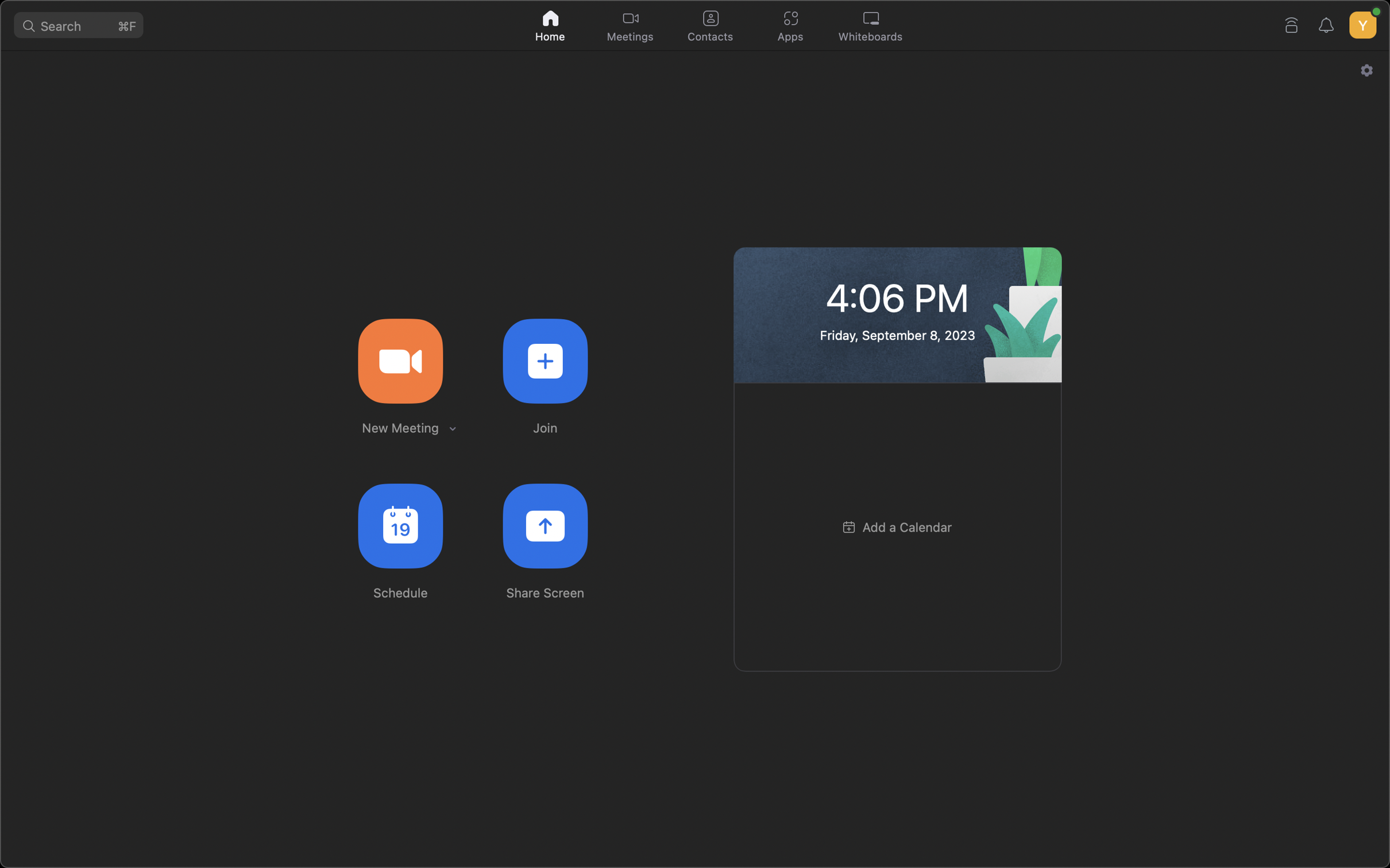 The height and width of the screenshot is (868, 1390). Describe the element at coordinates (551, 24) in the screenshot. I see `the "home" button to go back to the main interface` at that location.